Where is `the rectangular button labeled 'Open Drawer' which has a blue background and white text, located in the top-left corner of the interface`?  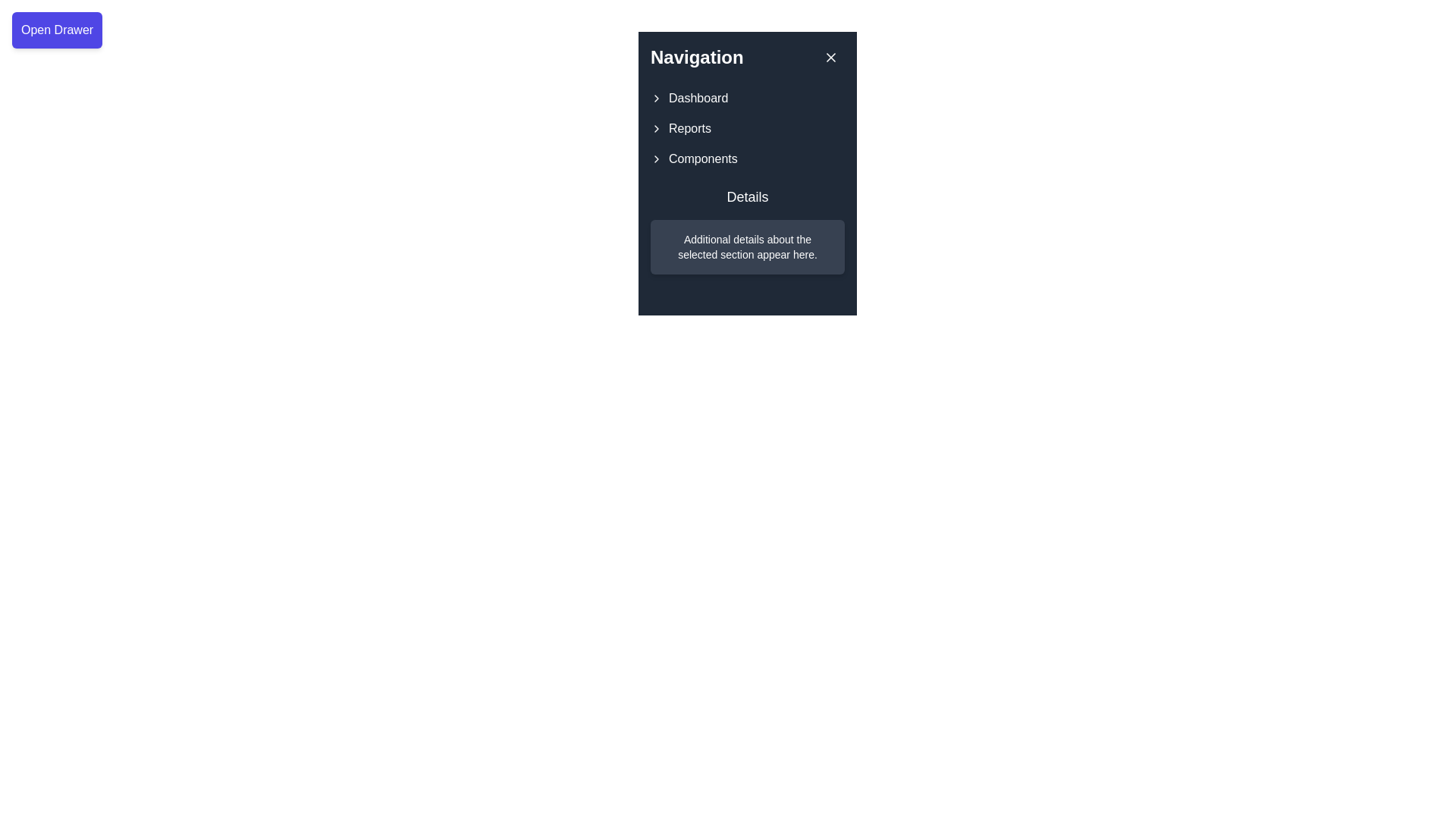 the rectangular button labeled 'Open Drawer' which has a blue background and white text, located in the top-left corner of the interface is located at coordinates (57, 30).